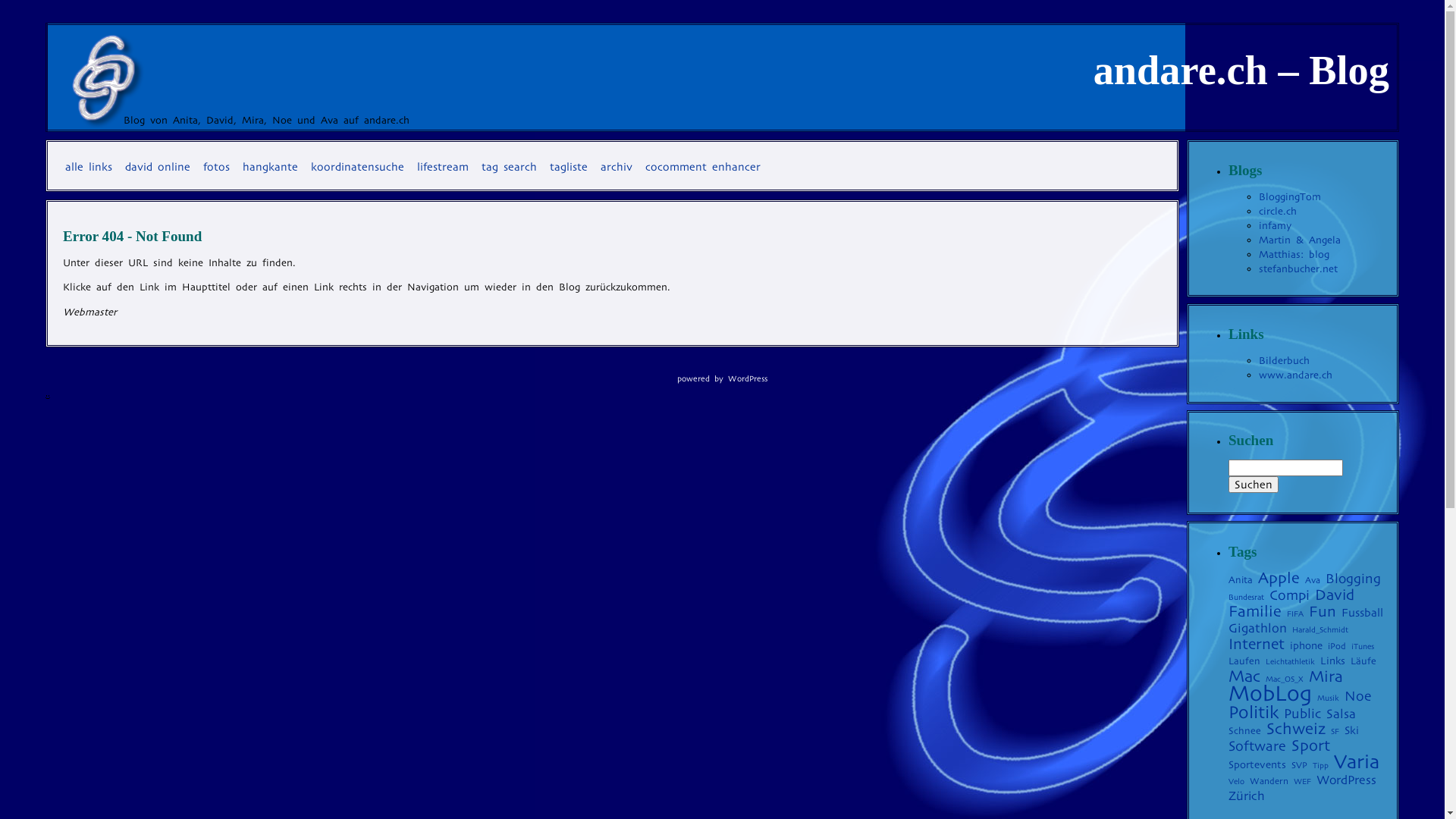  I want to click on 'SF', so click(1335, 730).